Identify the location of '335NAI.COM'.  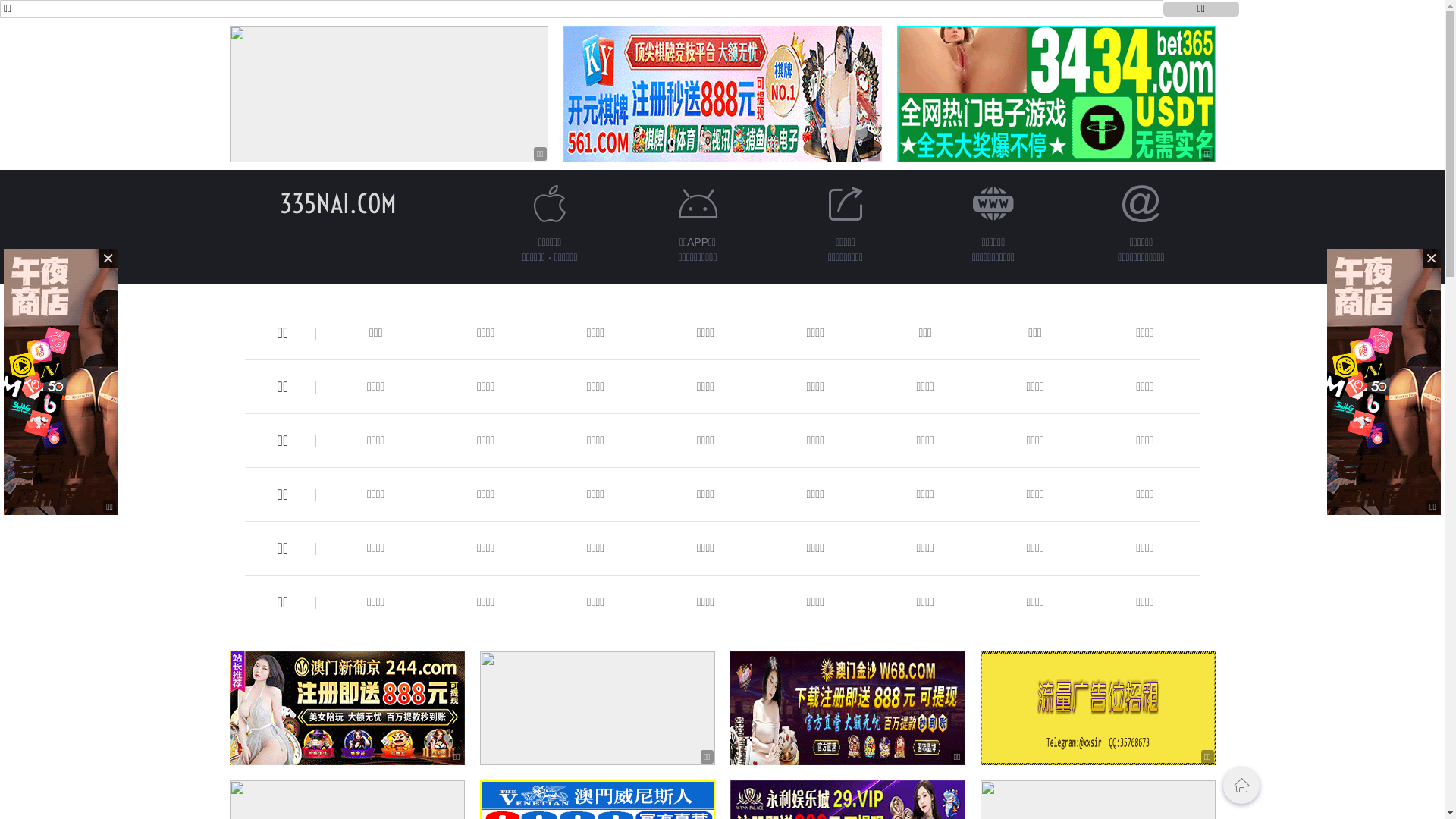
(337, 202).